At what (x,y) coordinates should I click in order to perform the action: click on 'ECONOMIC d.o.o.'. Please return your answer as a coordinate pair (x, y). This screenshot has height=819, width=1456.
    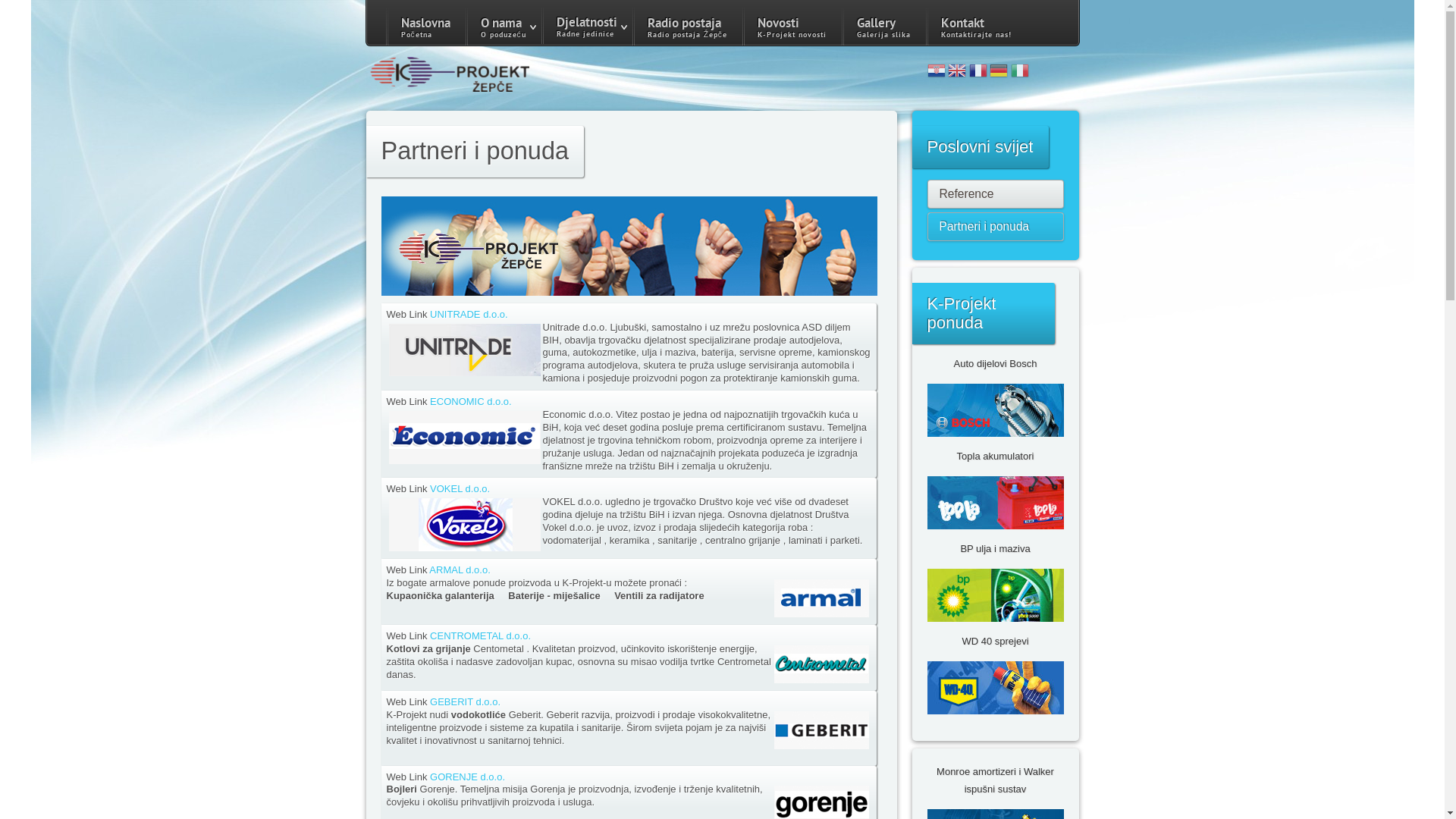
    Looking at the image, I should click on (469, 400).